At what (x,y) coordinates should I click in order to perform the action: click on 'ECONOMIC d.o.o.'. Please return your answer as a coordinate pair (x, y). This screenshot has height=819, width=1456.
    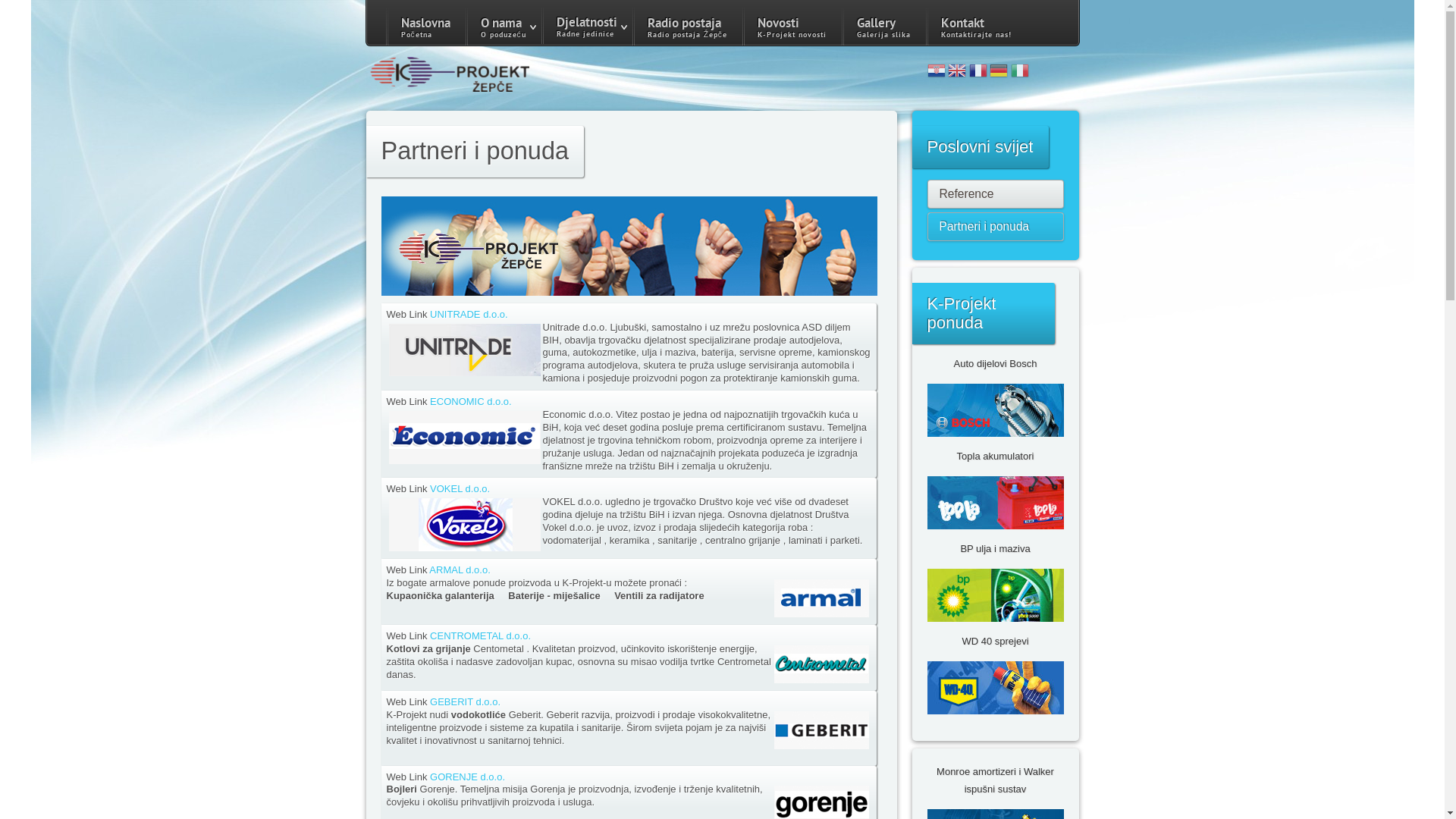
    Looking at the image, I should click on (469, 400).